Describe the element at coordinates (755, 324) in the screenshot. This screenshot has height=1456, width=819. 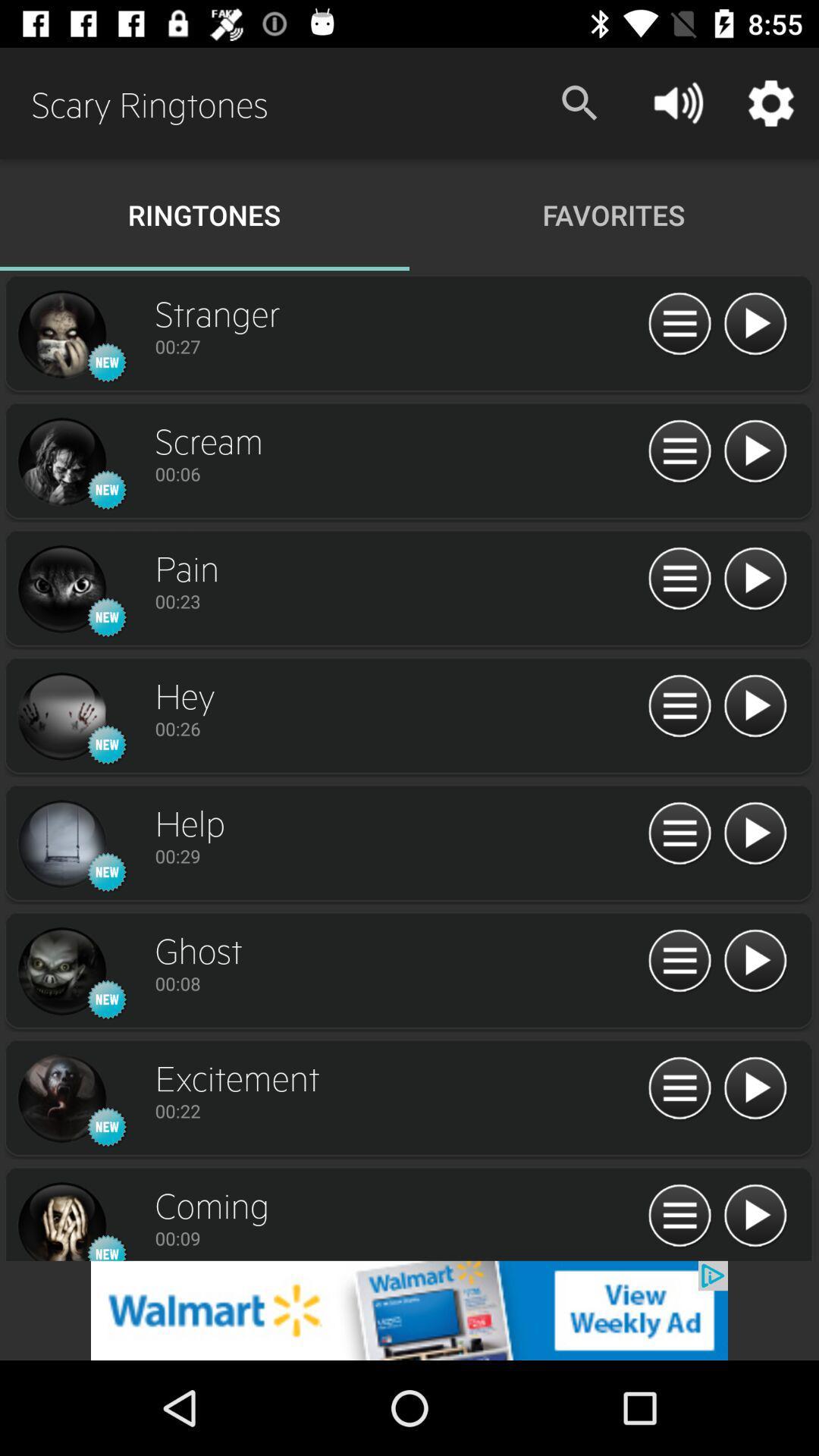
I see `song` at that location.